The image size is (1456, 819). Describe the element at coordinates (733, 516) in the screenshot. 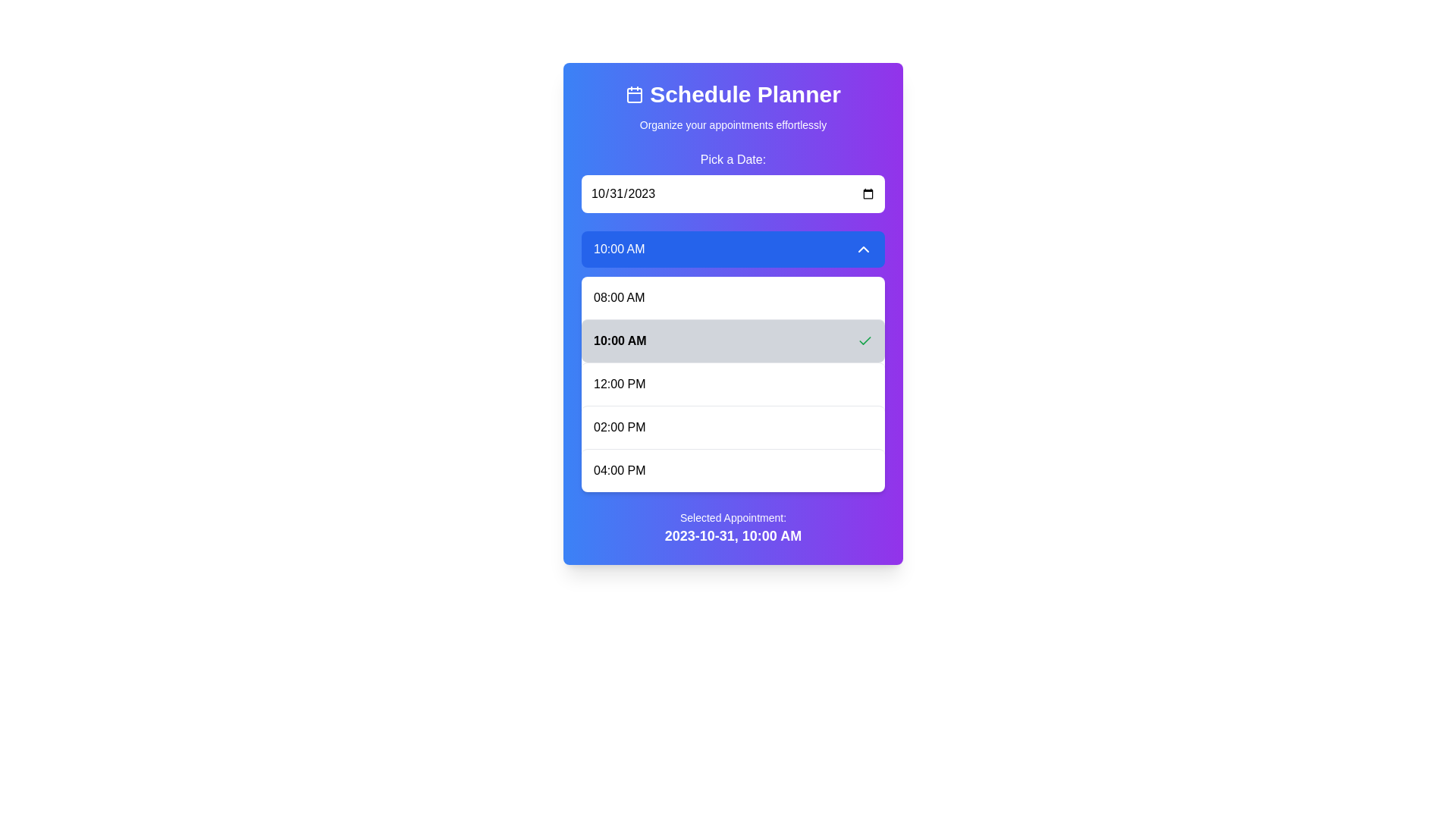

I see `the text label that describes the selected appointment details, which is positioned above the bold text showing the appointment date and time` at that location.